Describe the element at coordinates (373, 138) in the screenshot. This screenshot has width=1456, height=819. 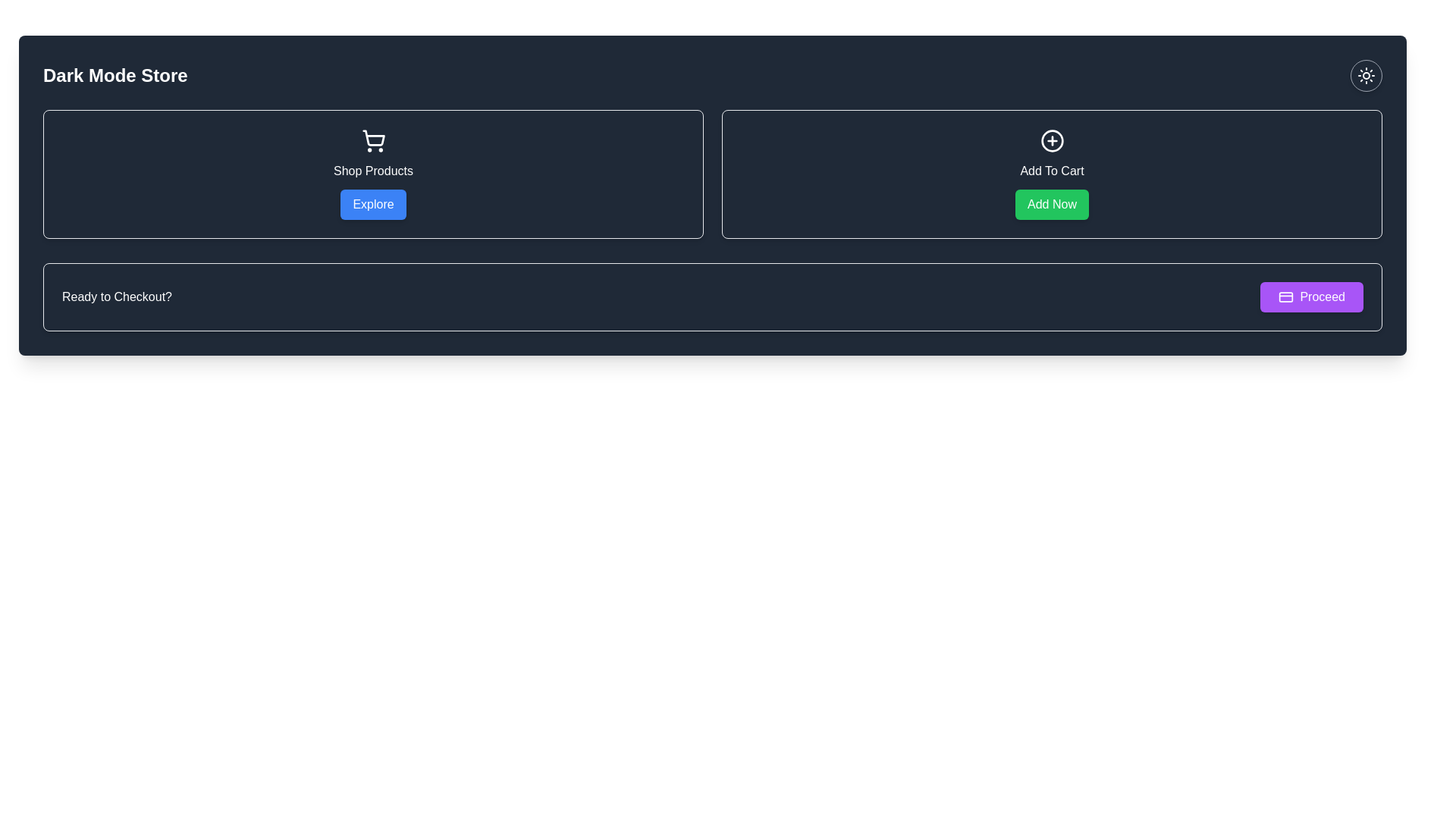
I see `the iconographic graphic component of the shopping cart icon, which is centrally positioned within the cart's wireframe structure` at that location.